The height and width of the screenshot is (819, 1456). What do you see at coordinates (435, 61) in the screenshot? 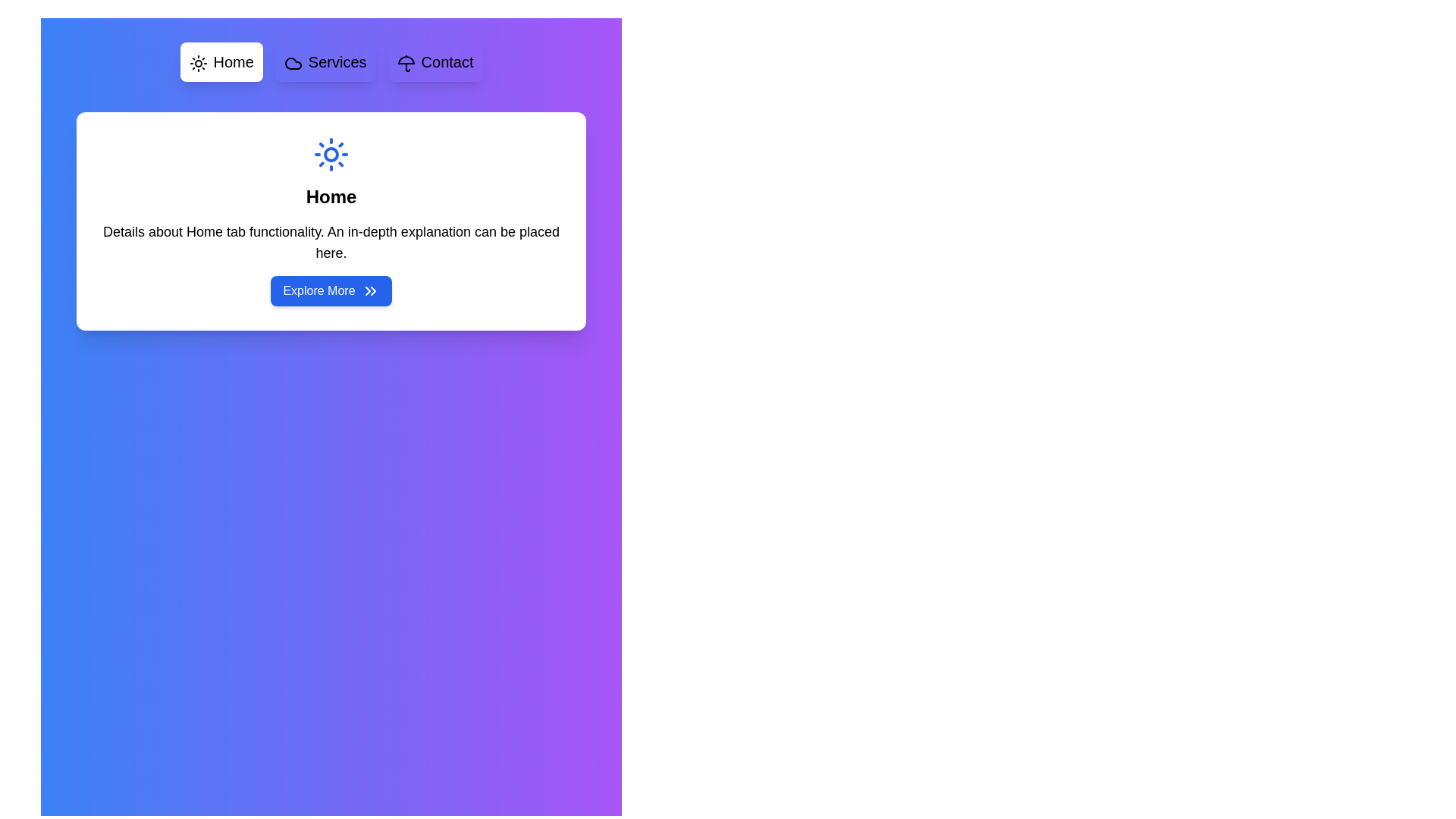
I see `the 'Contact' button, which is the last button in a group of three, styled with a purple background and an umbrella icon` at bounding box center [435, 61].